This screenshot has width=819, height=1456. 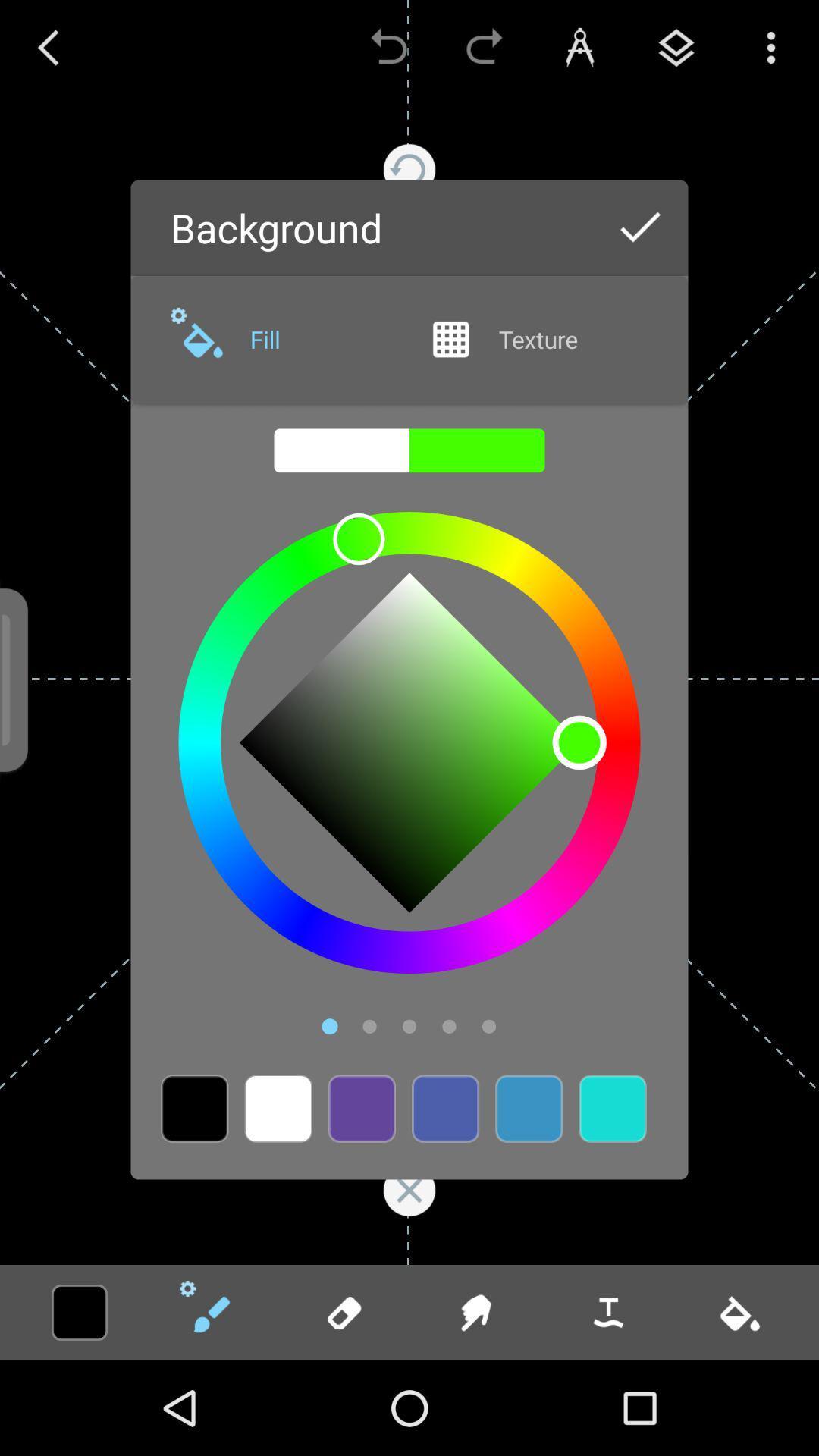 I want to click on the more icon, so click(x=771, y=47).